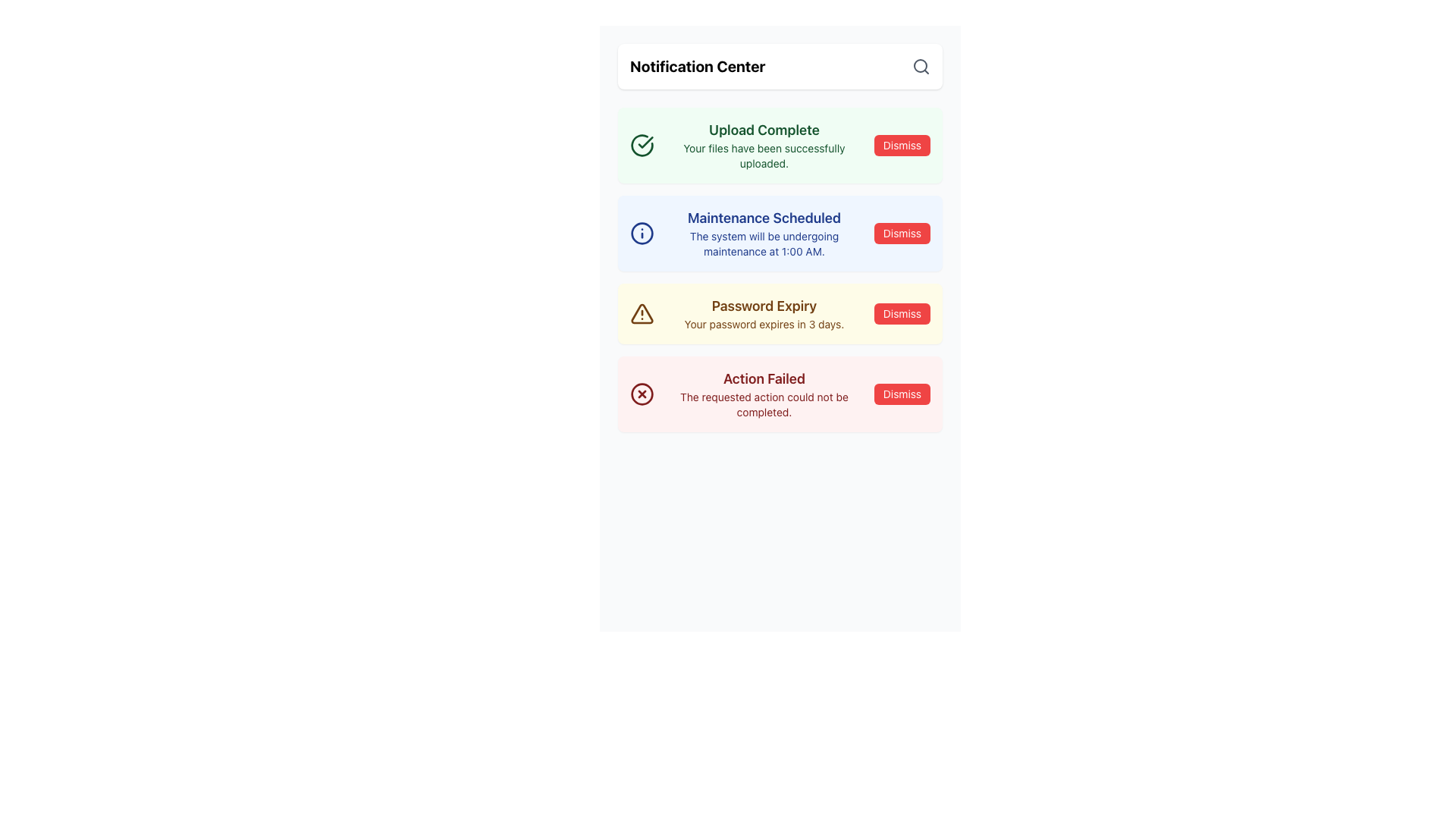 Image resolution: width=1456 pixels, height=819 pixels. What do you see at coordinates (764, 394) in the screenshot?
I see `the failure notification text label located in the fourth notification card, positioned just left of the 'Dismiss' button` at bounding box center [764, 394].